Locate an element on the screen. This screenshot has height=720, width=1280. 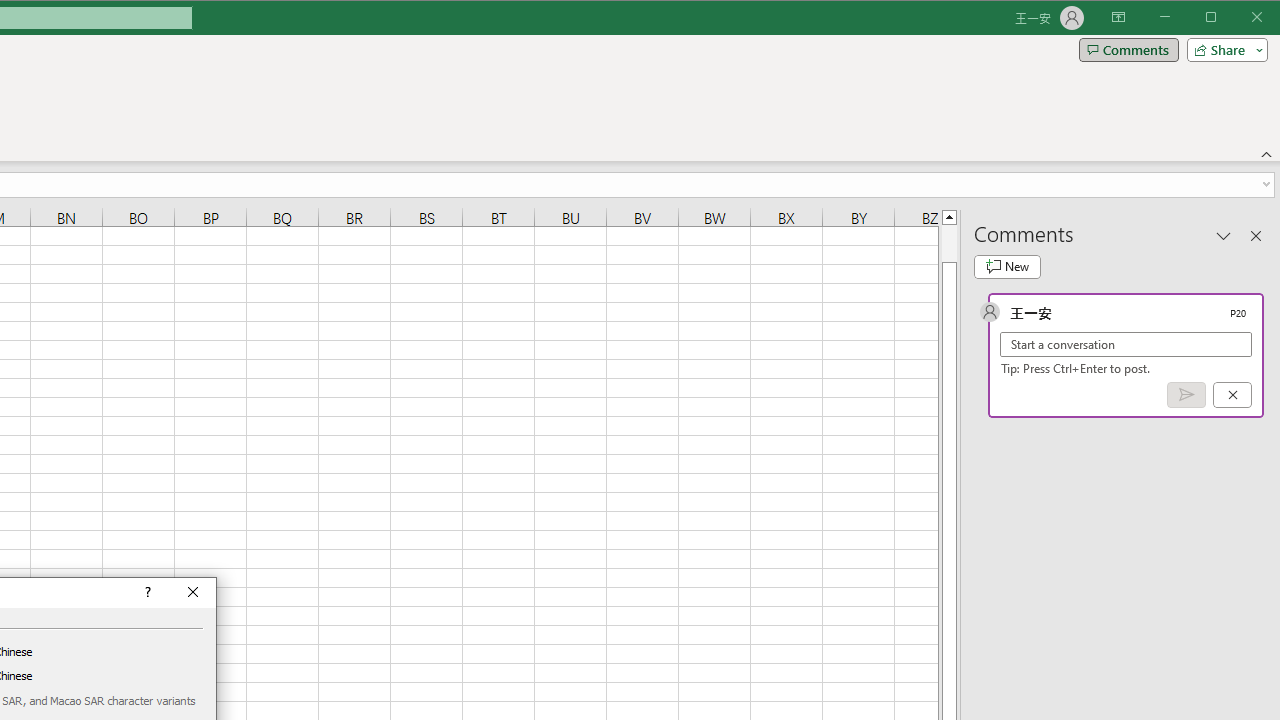
'Maximize' is located at coordinates (1238, 19).